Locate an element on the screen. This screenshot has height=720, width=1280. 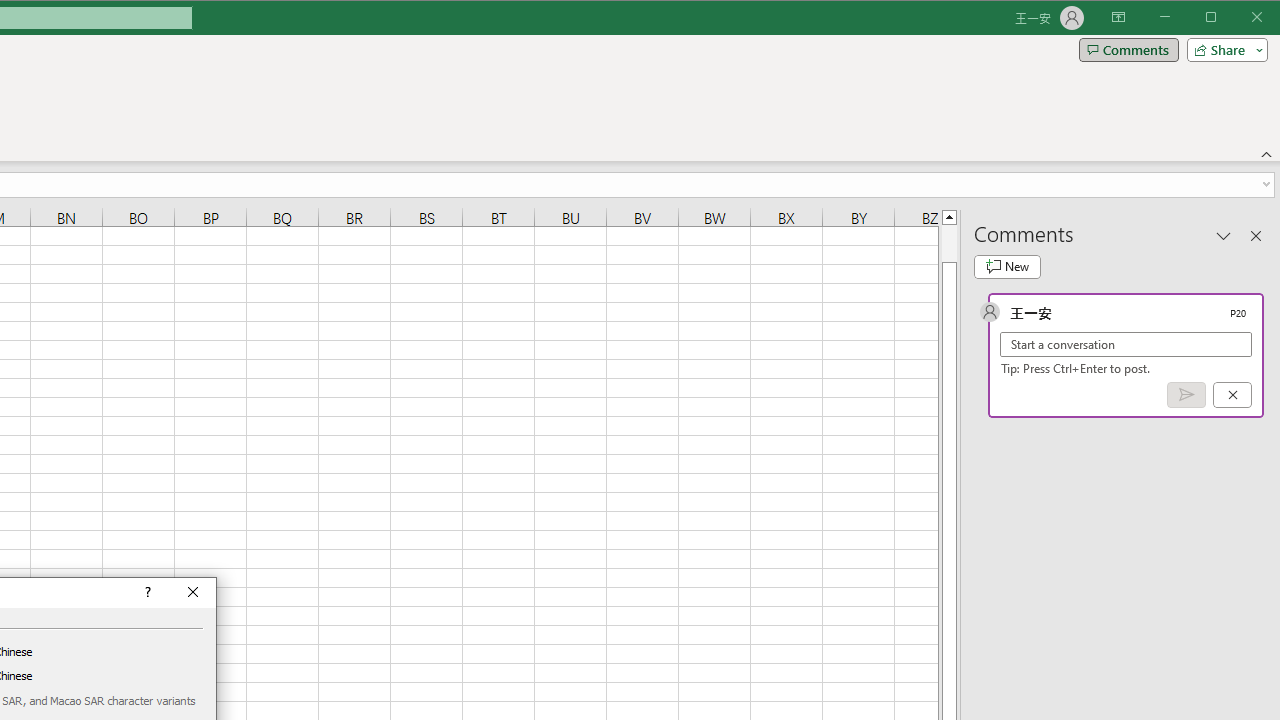
'Maximize' is located at coordinates (1238, 19).